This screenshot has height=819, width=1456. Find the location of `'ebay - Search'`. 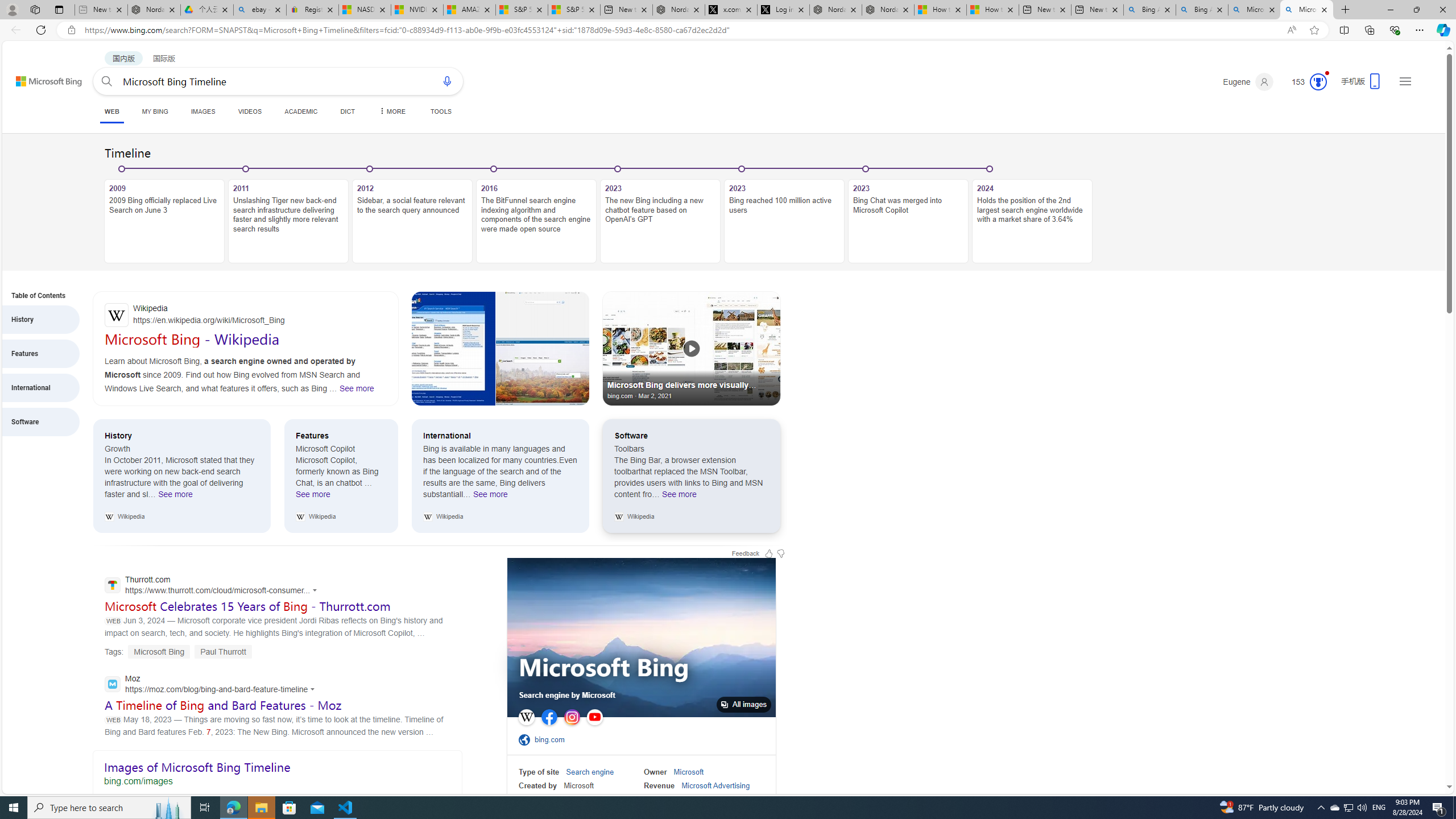

'ebay - Search' is located at coordinates (259, 9).